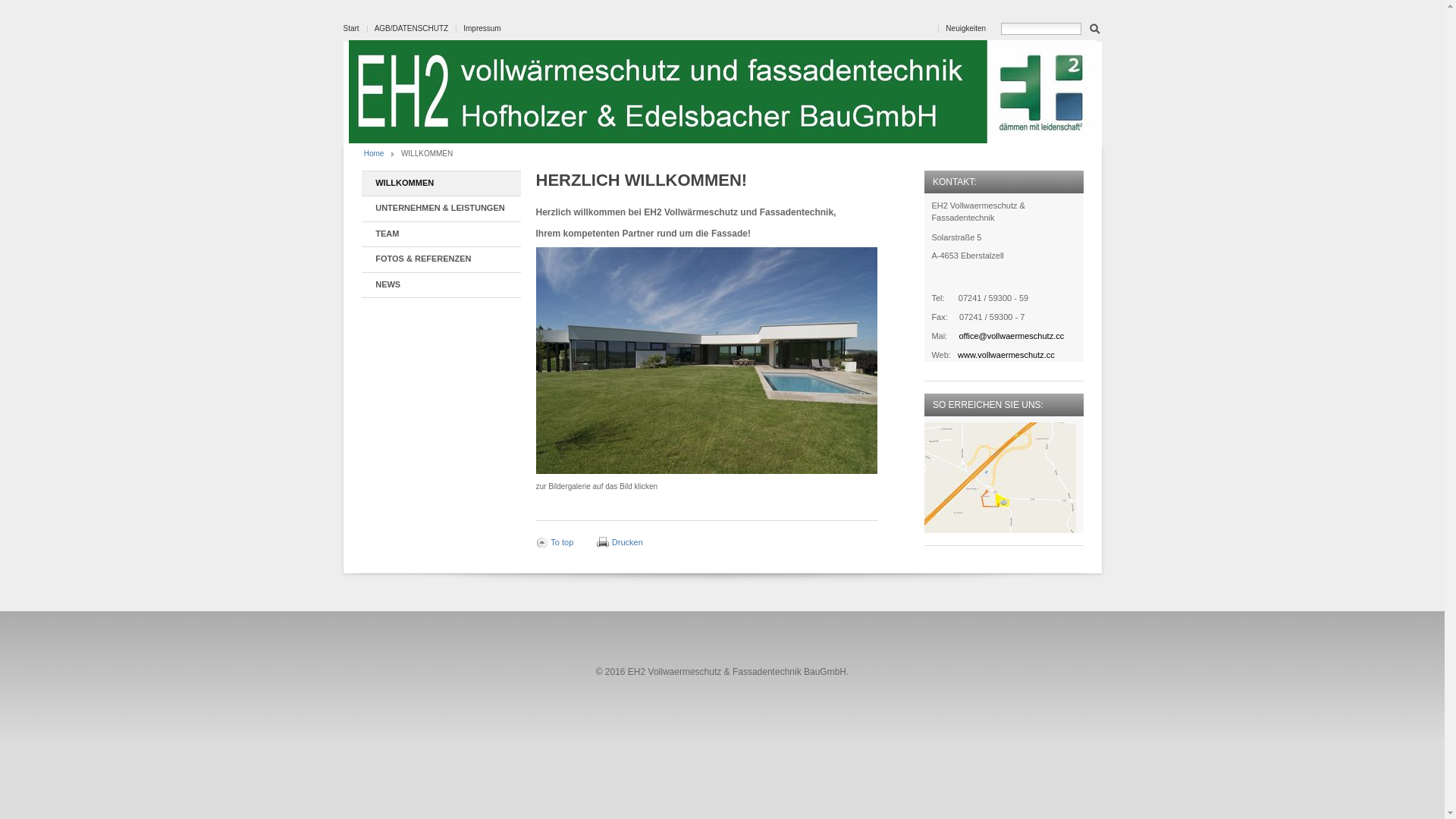  What do you see at coordinates (481, 28) in the screenshot?
I see `'Impressum'` at bounding box center [481, 28].